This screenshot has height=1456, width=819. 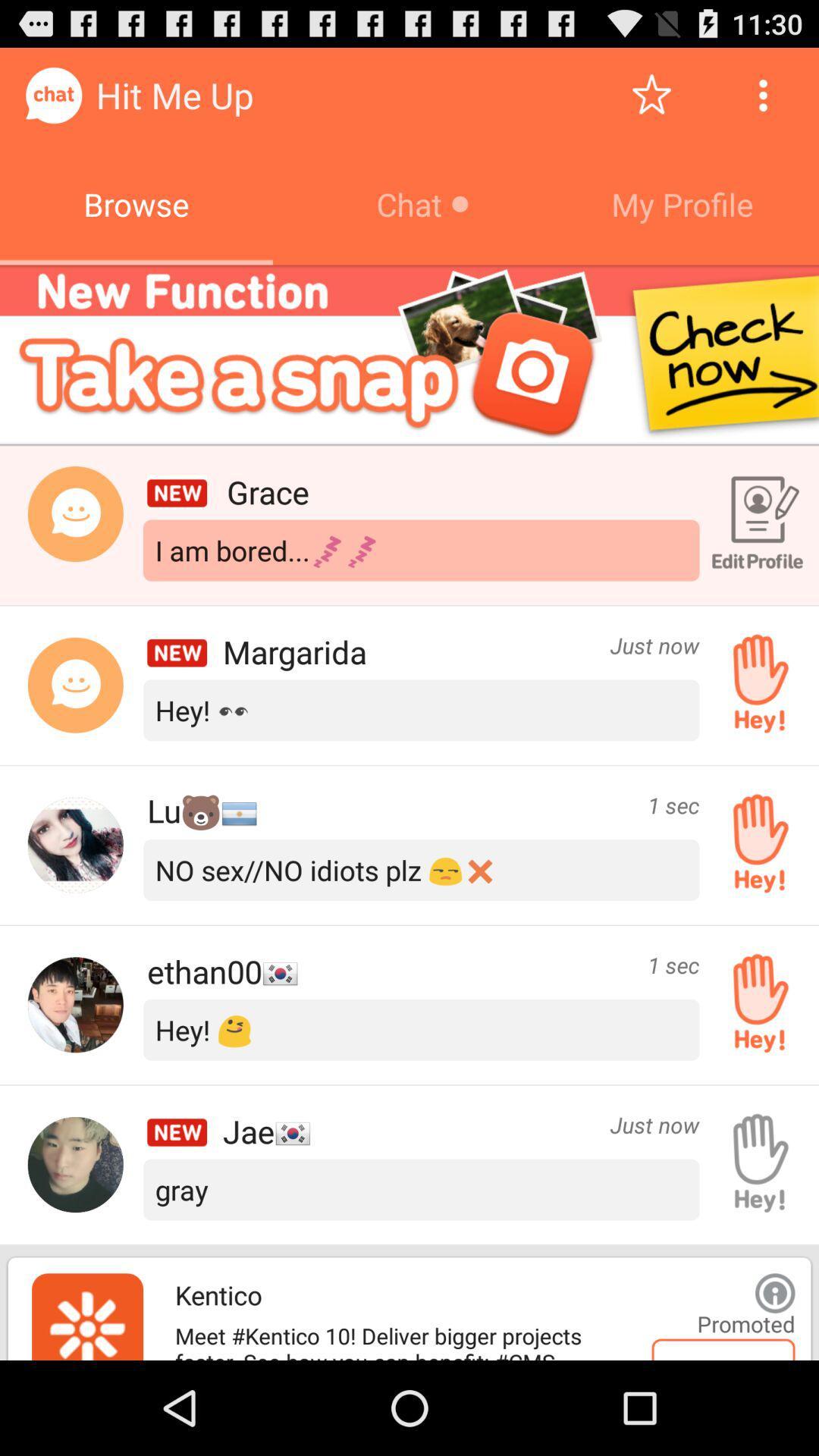 What do you see at coordinates (775, 1292) in the screenshot?
I see `show info` at bounding box center [775, 1292].